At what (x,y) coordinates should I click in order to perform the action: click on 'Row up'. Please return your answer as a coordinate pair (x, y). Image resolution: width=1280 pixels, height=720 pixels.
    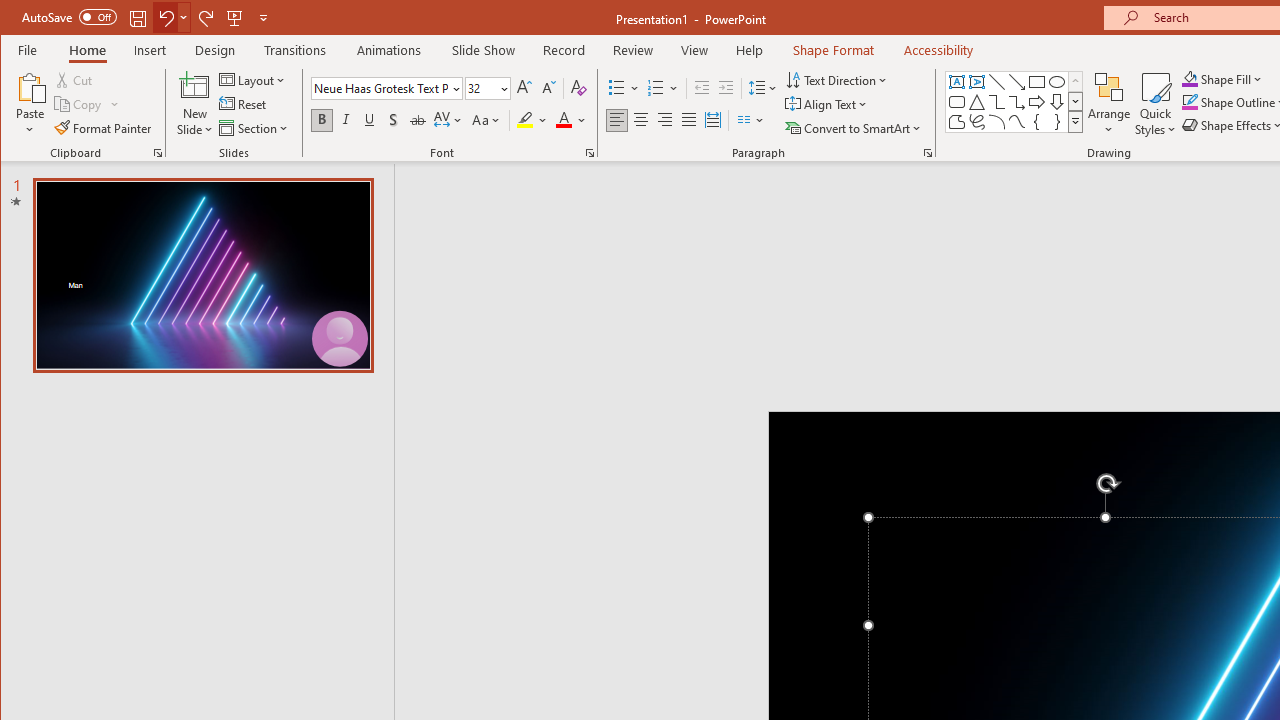
    Looking at the image, I should click on (1074, 80).